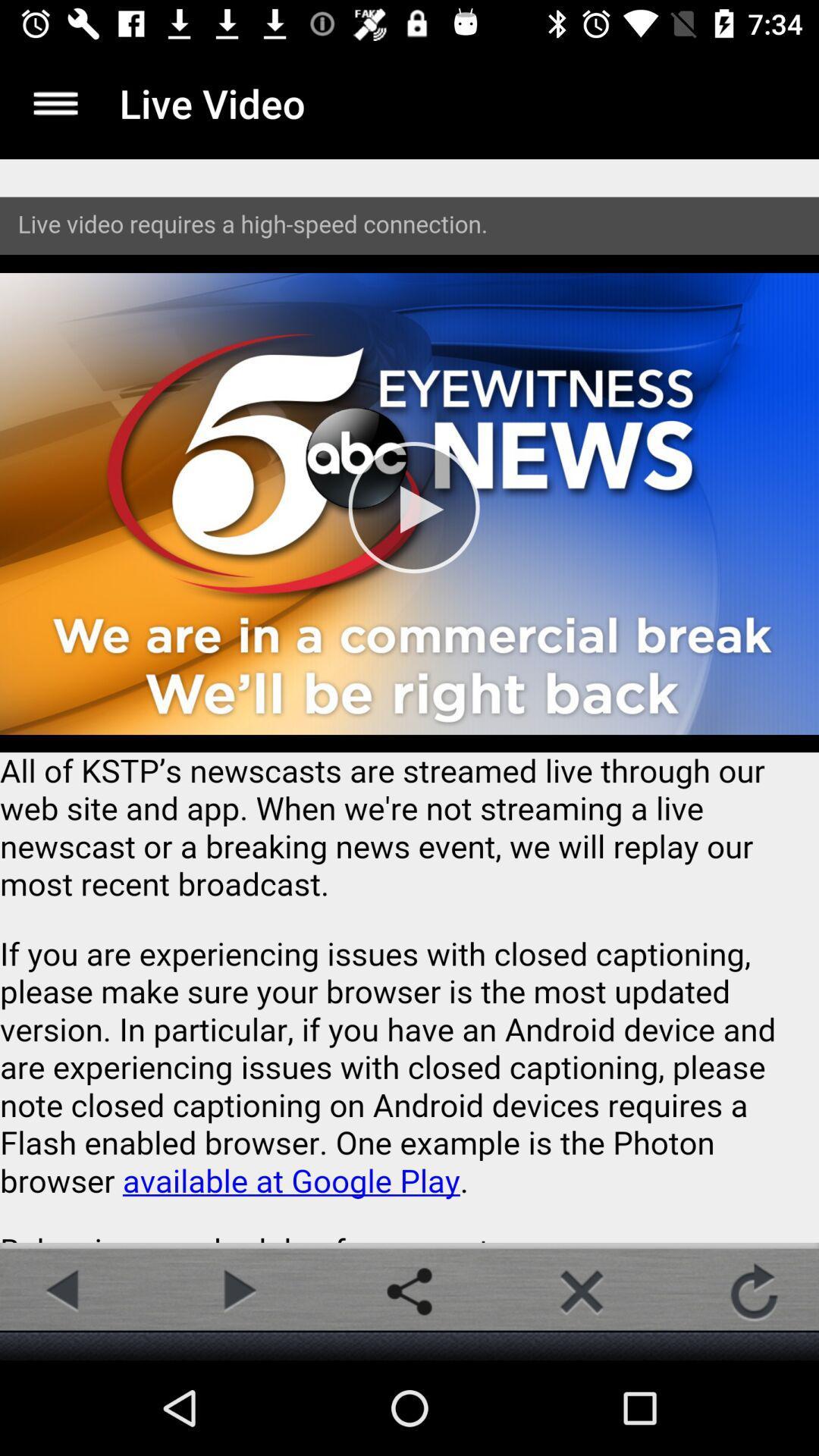 The width and height of the screenshot is (819, 1456). Describe the element at coordinates (754, 1291) in the screenshot. I see `the refresh icon` at that location.